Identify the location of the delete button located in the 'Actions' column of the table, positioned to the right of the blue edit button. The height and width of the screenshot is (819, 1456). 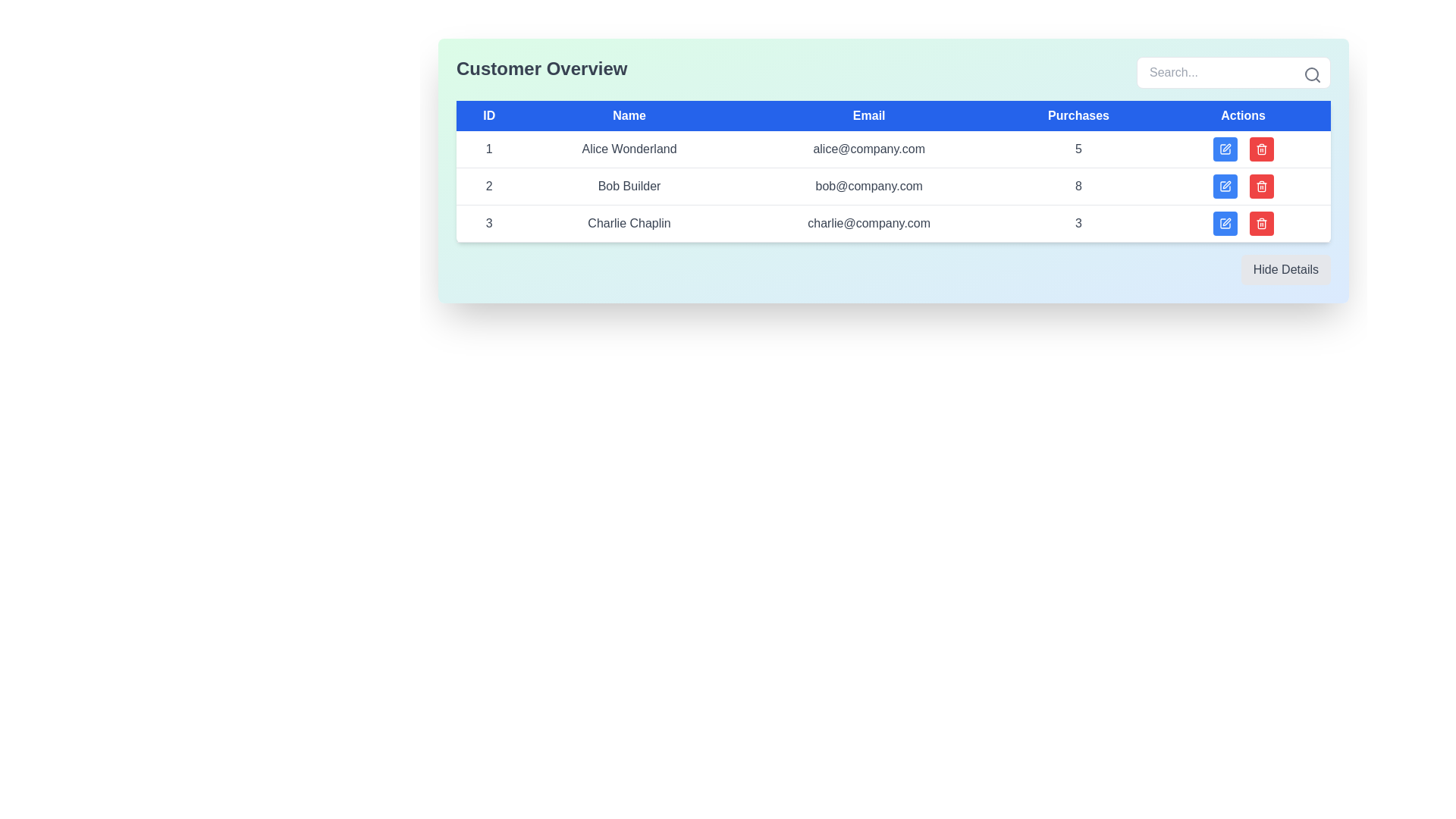
(1261, 186).